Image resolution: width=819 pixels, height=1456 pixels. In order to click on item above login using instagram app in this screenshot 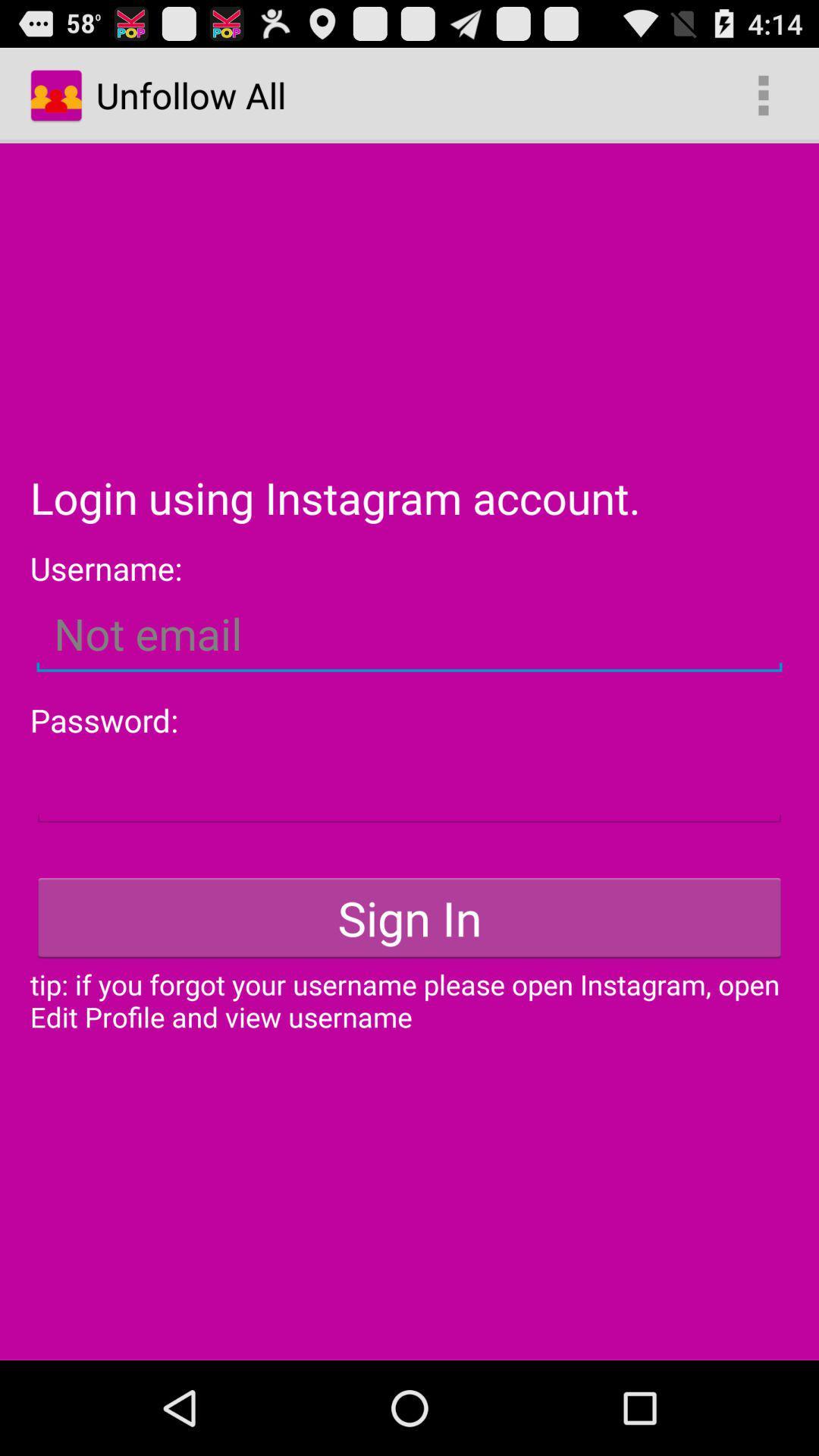, I will do `click(763, 94)`.